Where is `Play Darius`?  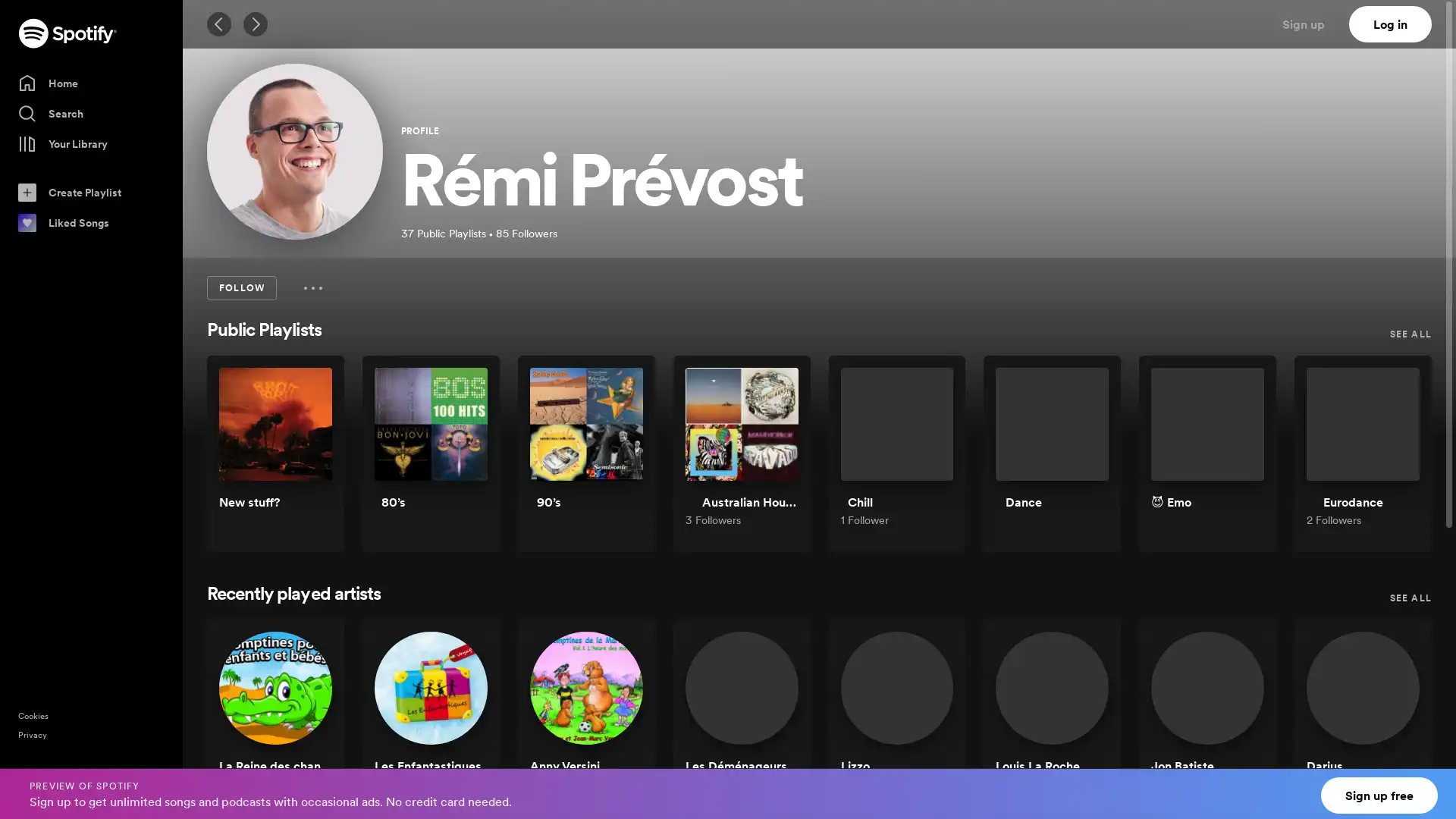 Play Darius is located at coordinates (1395, 724).